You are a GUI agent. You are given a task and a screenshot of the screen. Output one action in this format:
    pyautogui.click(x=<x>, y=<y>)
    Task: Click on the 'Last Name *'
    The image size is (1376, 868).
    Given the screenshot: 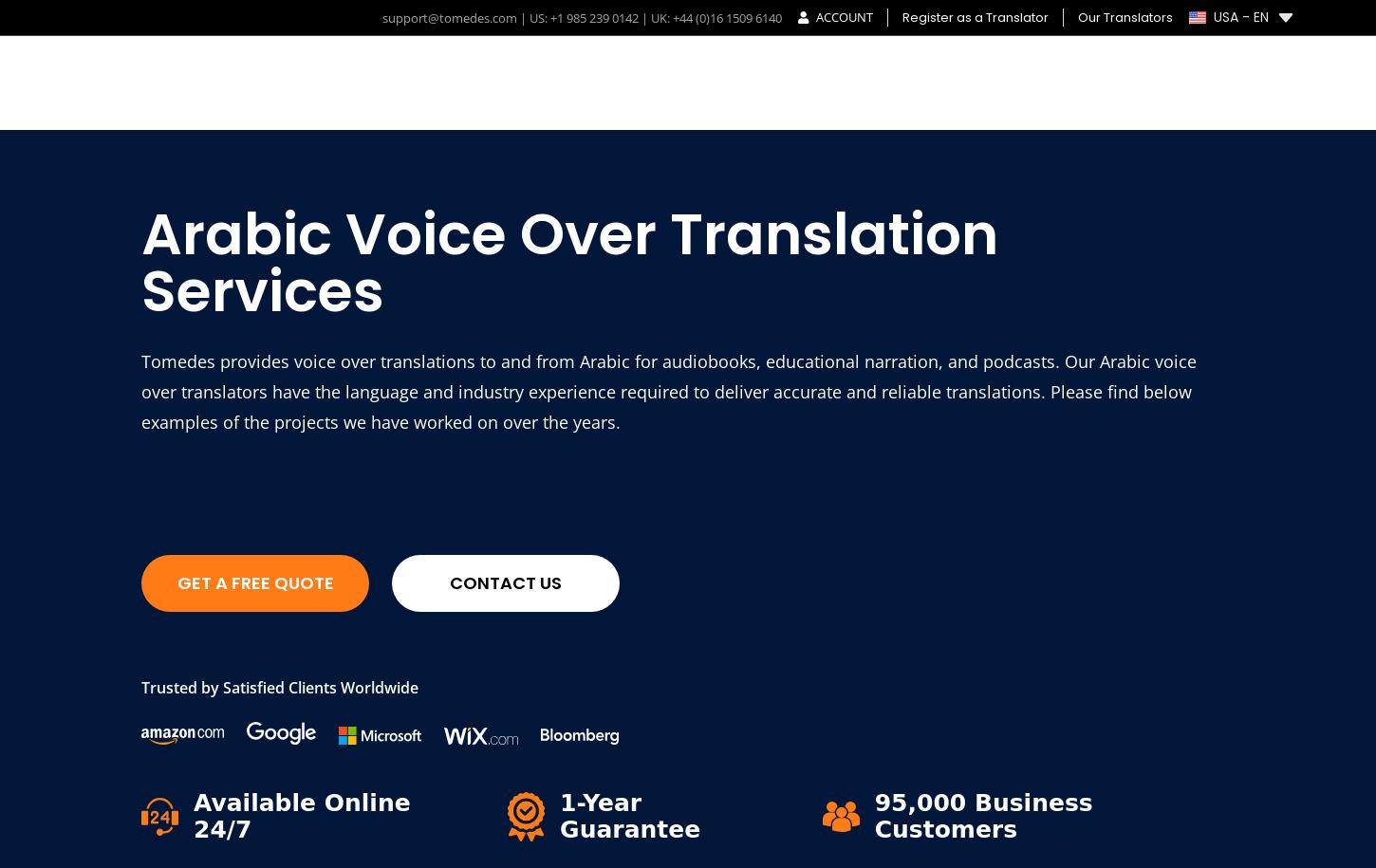 What is the action you would take?
    pyautogui.click(x=886, y=527)
    